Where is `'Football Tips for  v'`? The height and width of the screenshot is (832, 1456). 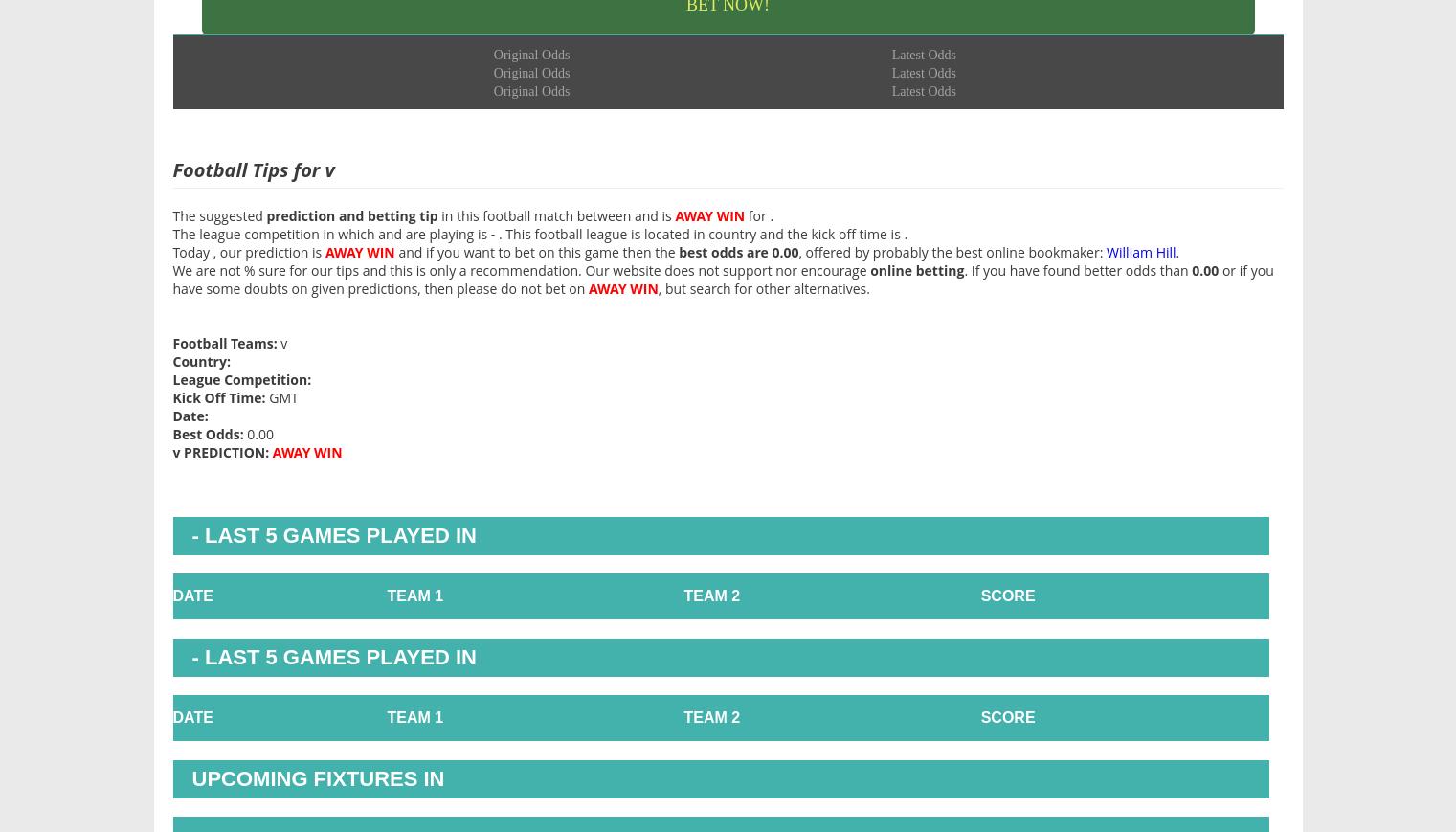
'Football Tips for  v' is located at coordinates (253, 168).